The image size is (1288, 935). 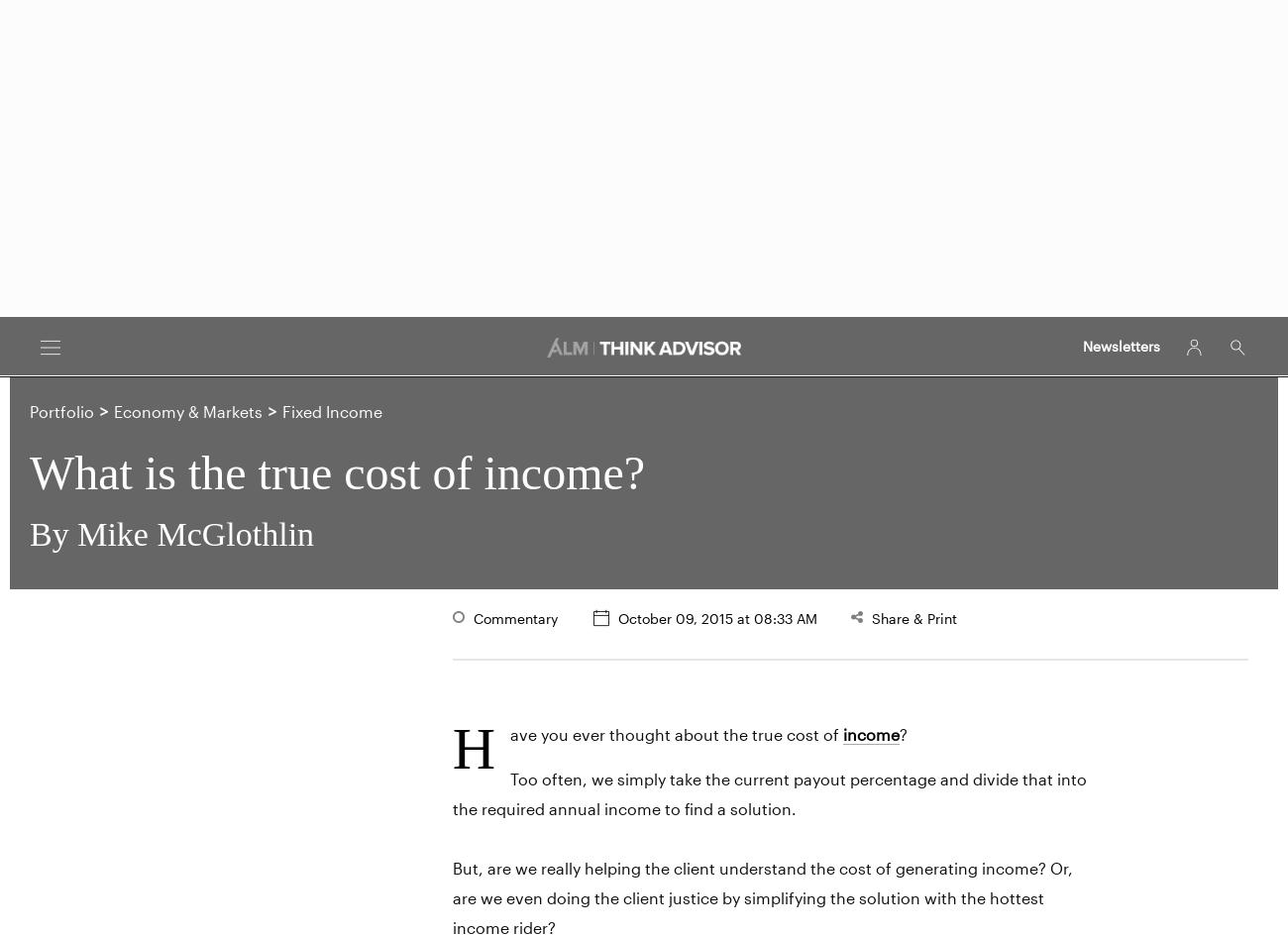 What do you see at coordinates (514, 617) in the screenshot?
I see `'Commentary'` at bounding box center [514, 617].